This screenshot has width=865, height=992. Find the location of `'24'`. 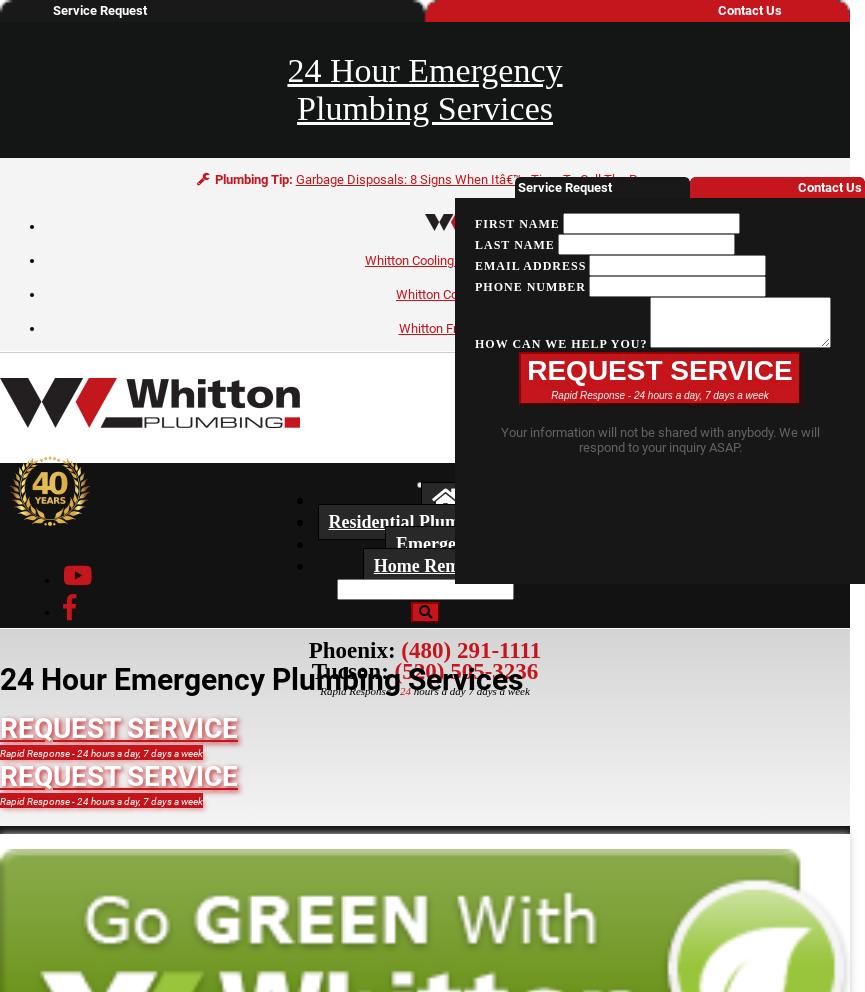

'24' is located at coordinates (404, 690).